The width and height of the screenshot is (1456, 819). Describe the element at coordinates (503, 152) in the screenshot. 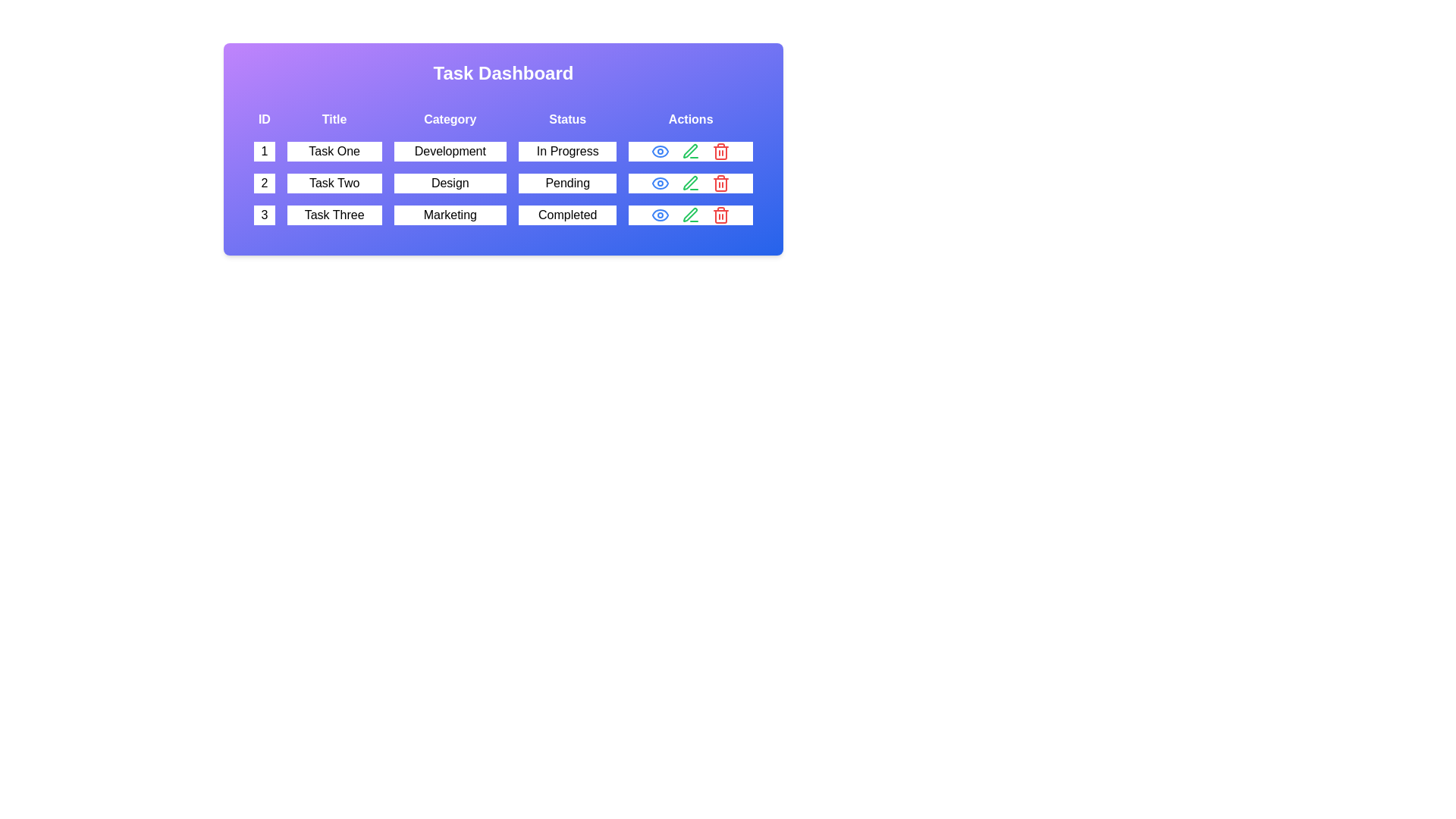

I see `the row with ID 1 to read its details` at that location.